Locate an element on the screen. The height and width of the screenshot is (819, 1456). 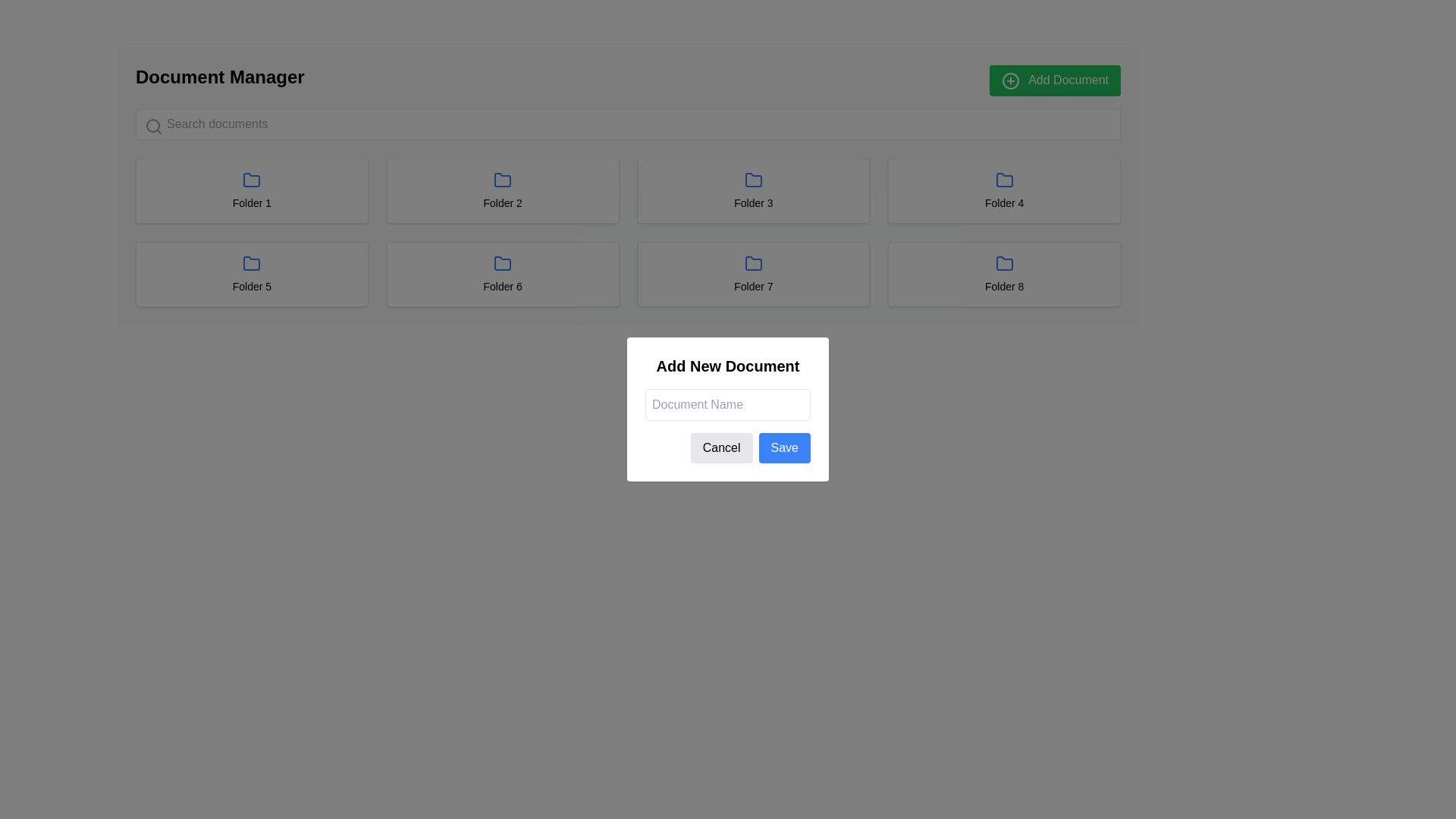
the folder icon representing 'Folder 4' is located at coordinates (1004, 179).